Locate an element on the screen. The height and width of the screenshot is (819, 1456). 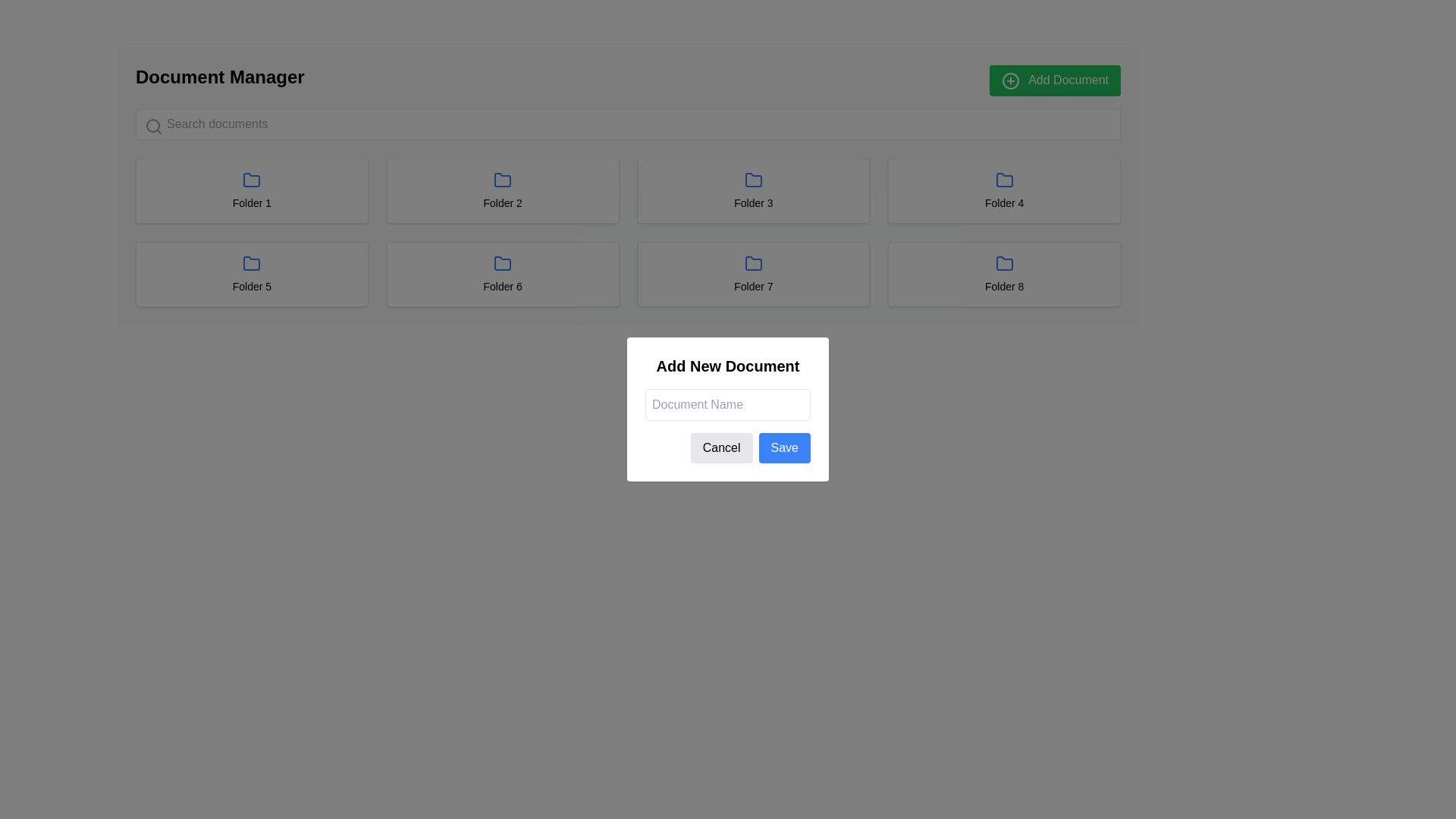
the folder icon representing 'Folder 4' is located at coordinates (1004, 179).